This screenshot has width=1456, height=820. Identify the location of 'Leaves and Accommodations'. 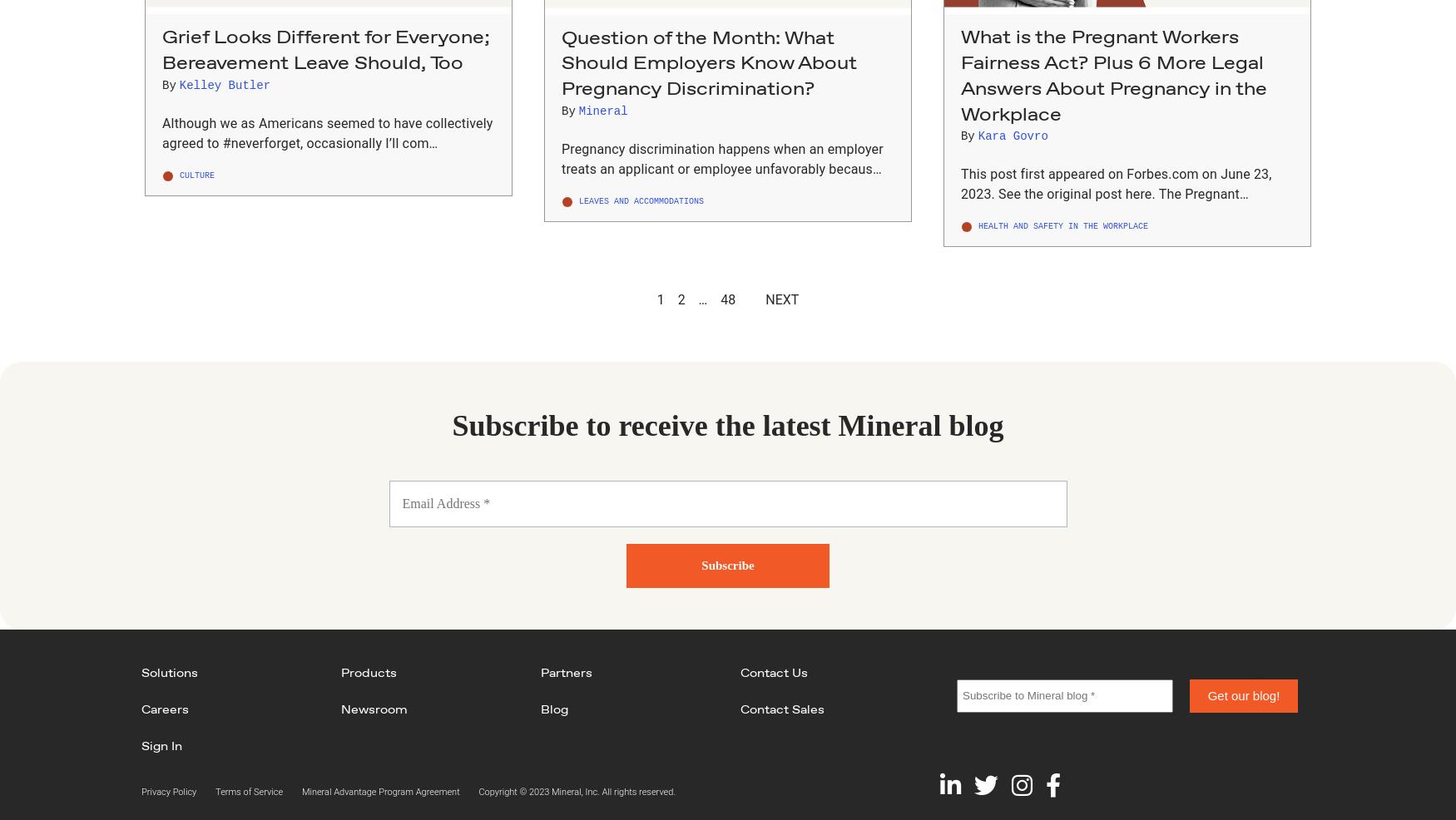
(577, 200).